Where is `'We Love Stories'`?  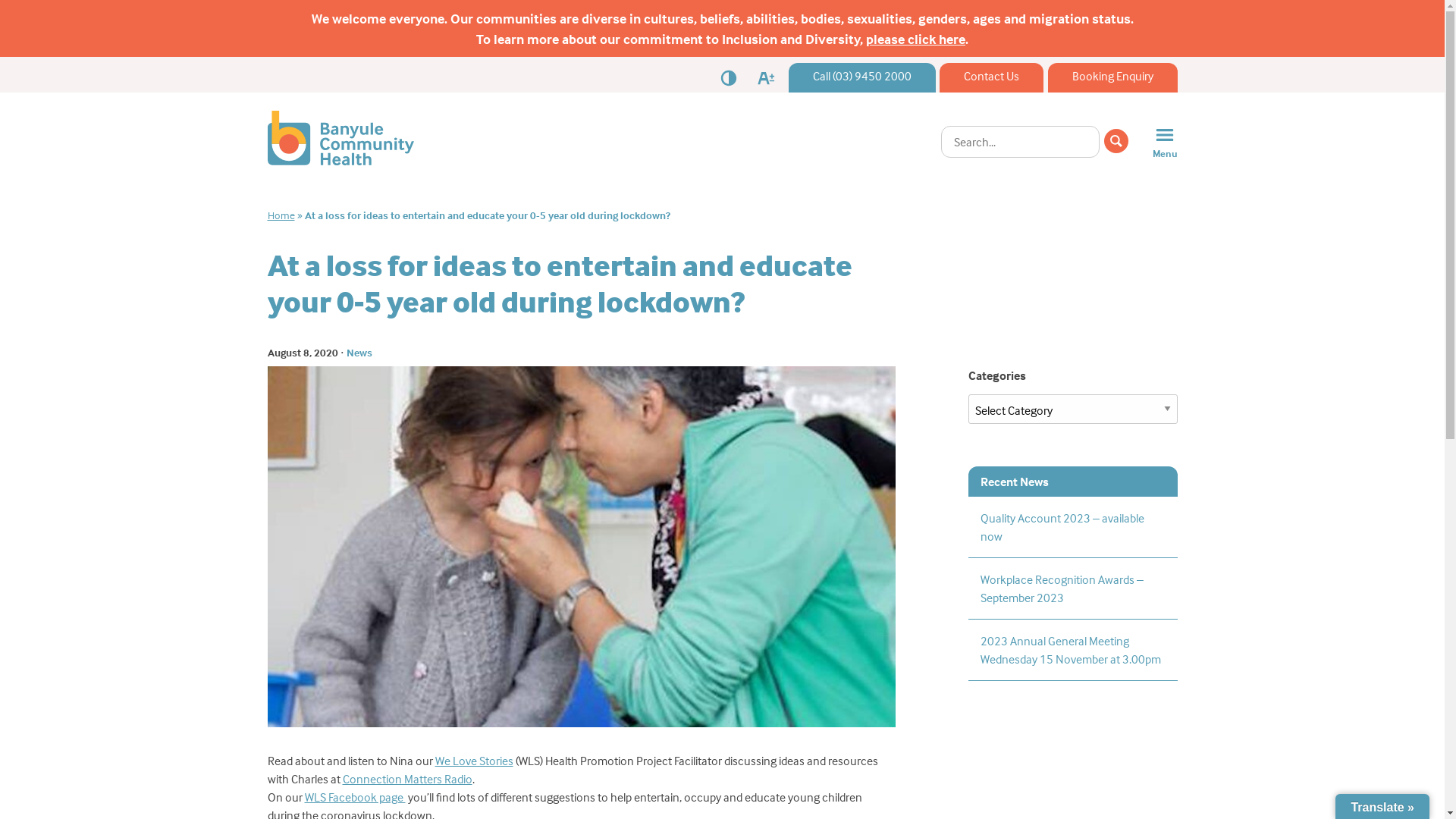
'We Love Stories' is located at coordinates (473, 760).